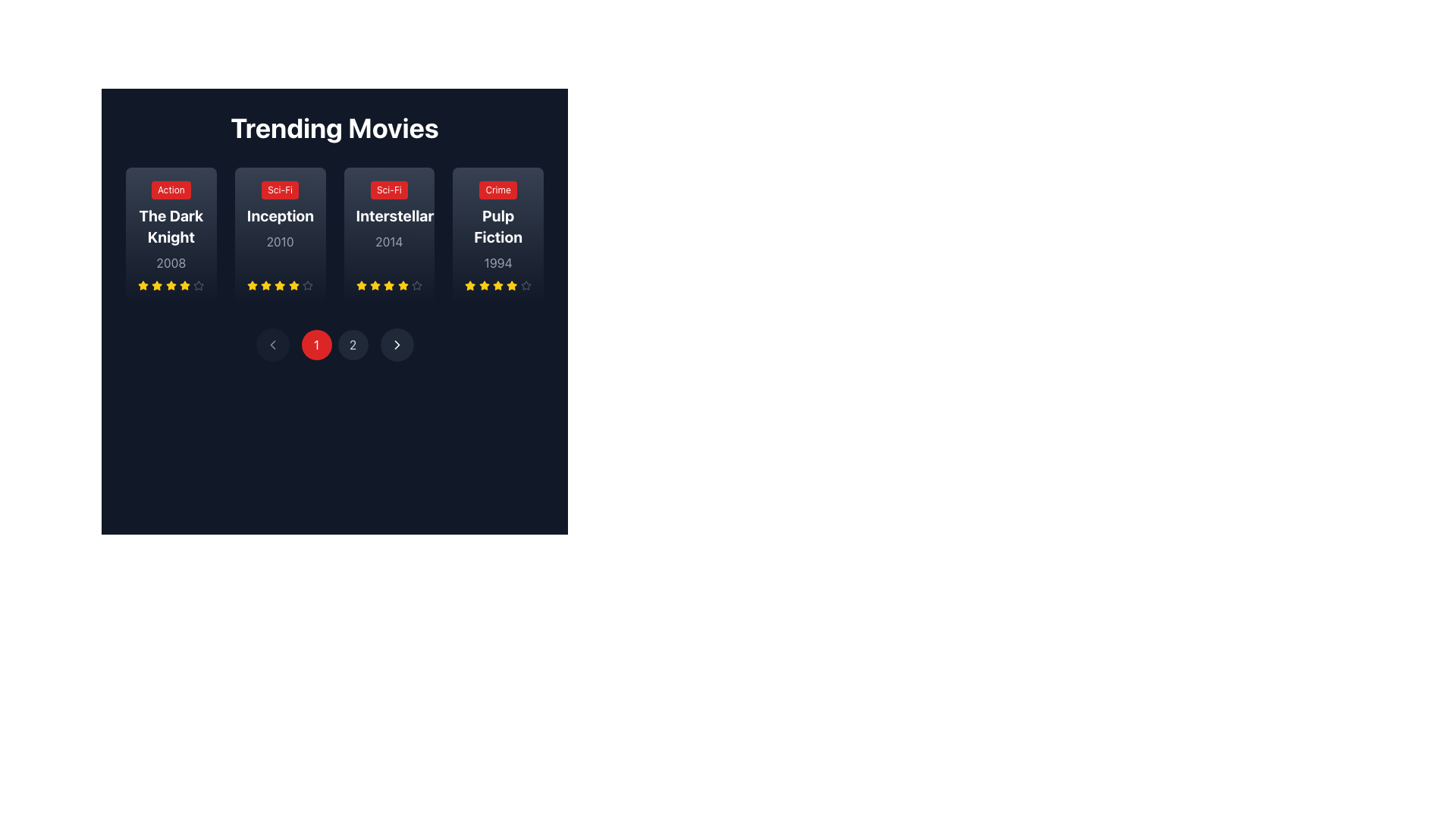 The width and height of the screenshot is (1456, 819). Describe the element at coordinates (171, 285) in the screenshot. I see `the first rating star in the trending movies list under 'The Dark Knight'` at that location.